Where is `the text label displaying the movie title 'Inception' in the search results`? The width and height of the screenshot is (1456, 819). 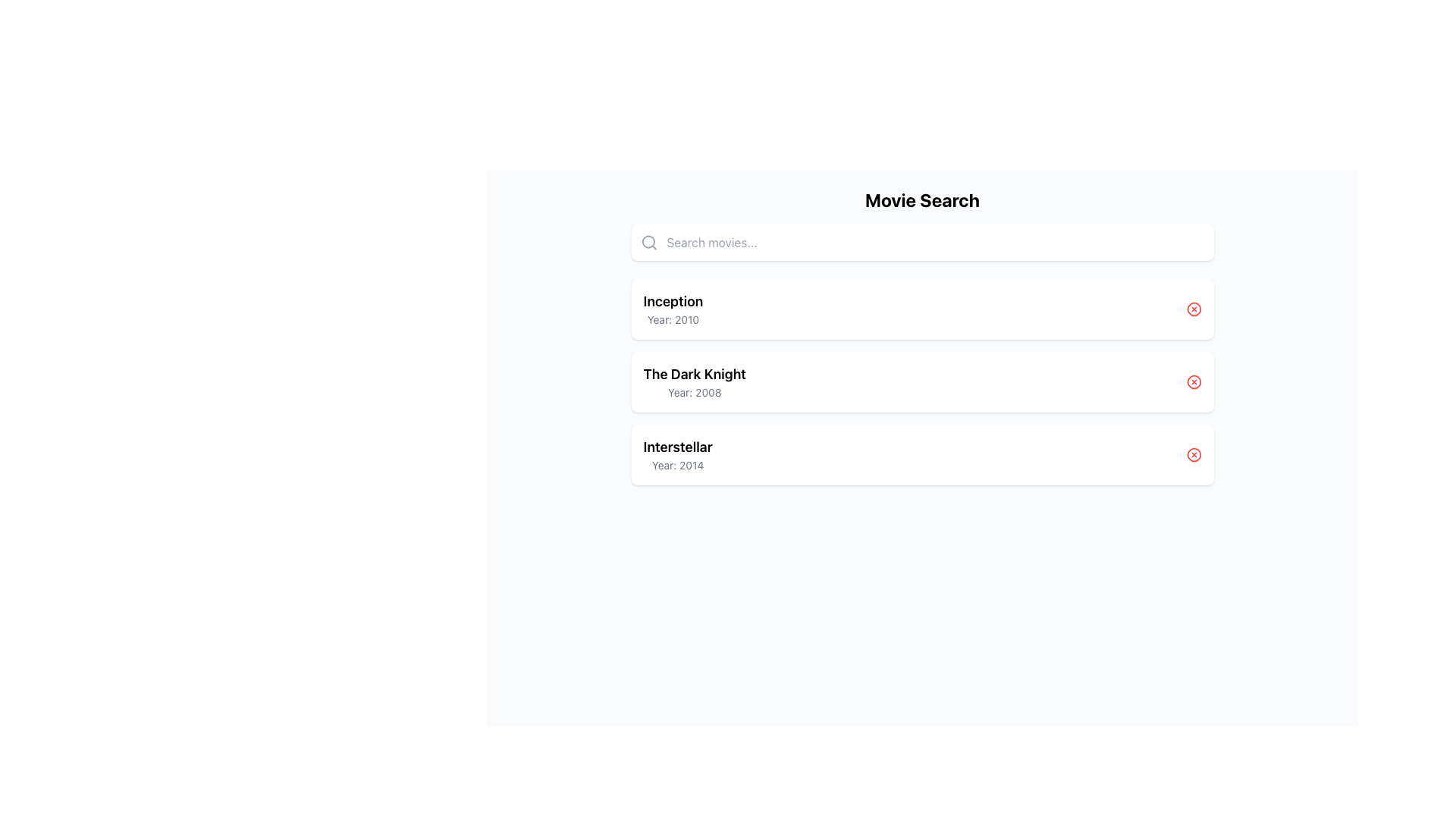 the text label displaying the movie title 'Inception' in the search results is located at coordinates (672, 301).